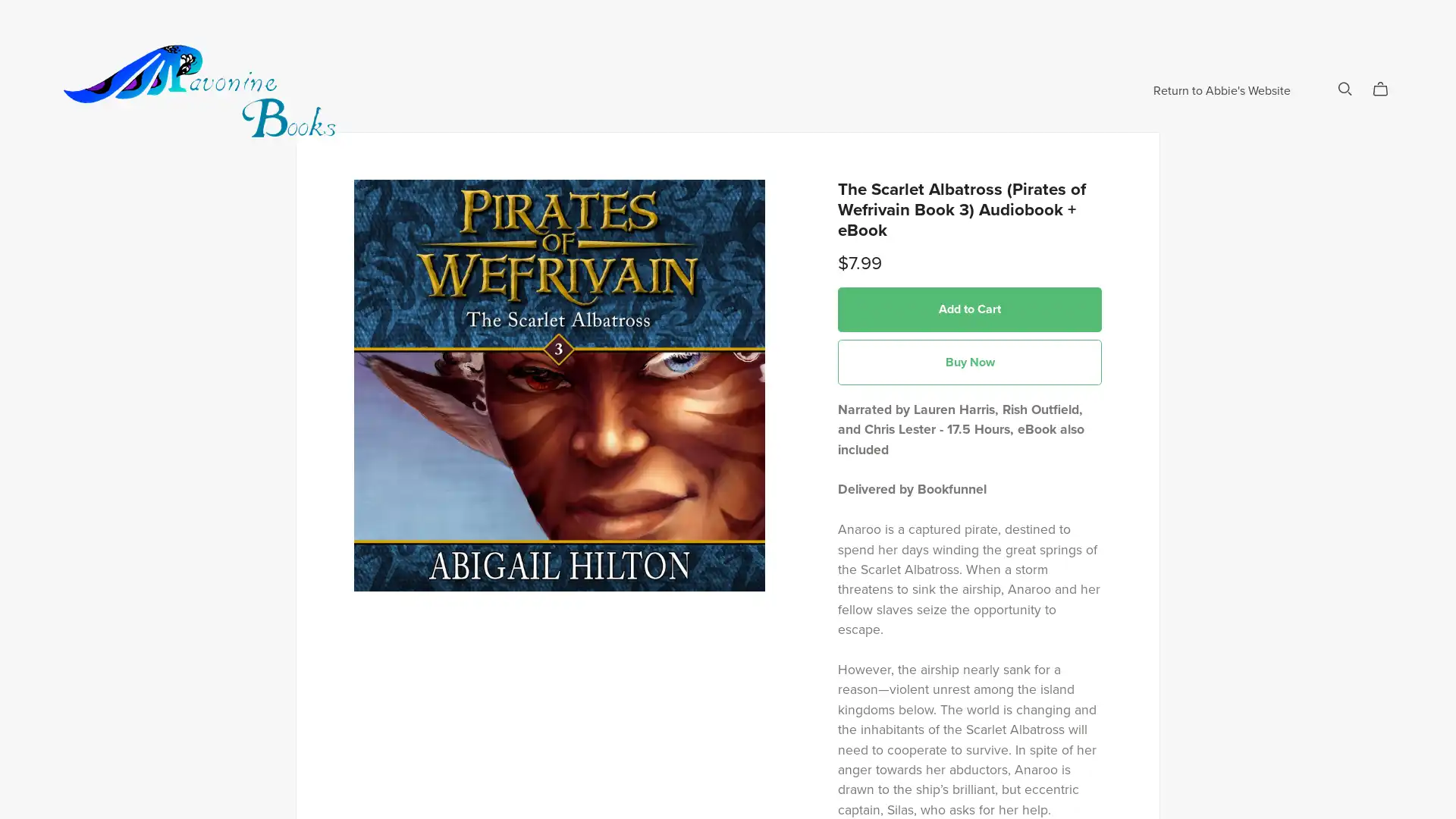 Image resolution: width=1456 pixels, height=819 pixels. I want to click on Buy Now, so click(968, 413).